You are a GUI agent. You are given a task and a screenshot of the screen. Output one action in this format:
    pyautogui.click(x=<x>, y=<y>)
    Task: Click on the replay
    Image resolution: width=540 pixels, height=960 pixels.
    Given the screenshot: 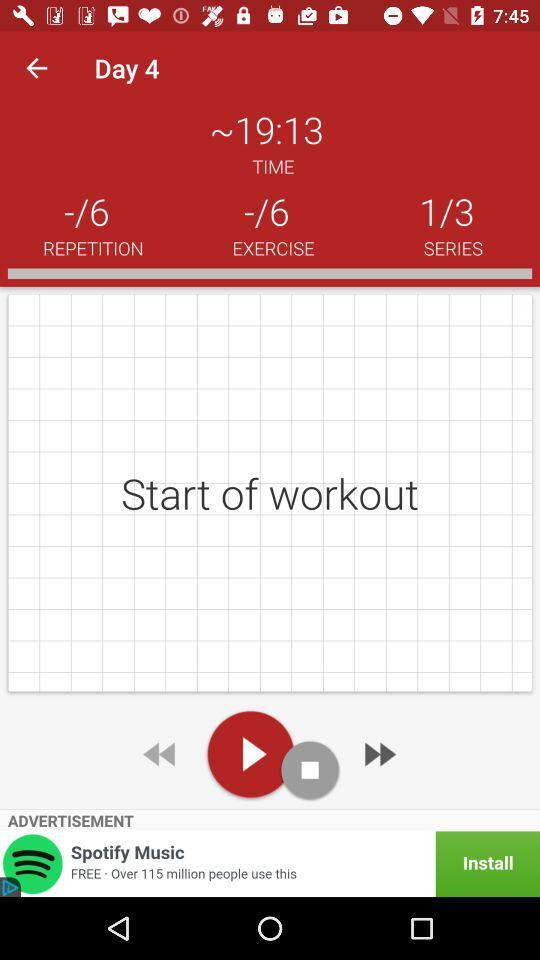 What is the action you would take?
    pyautogui.click(x=160, y=753)
    